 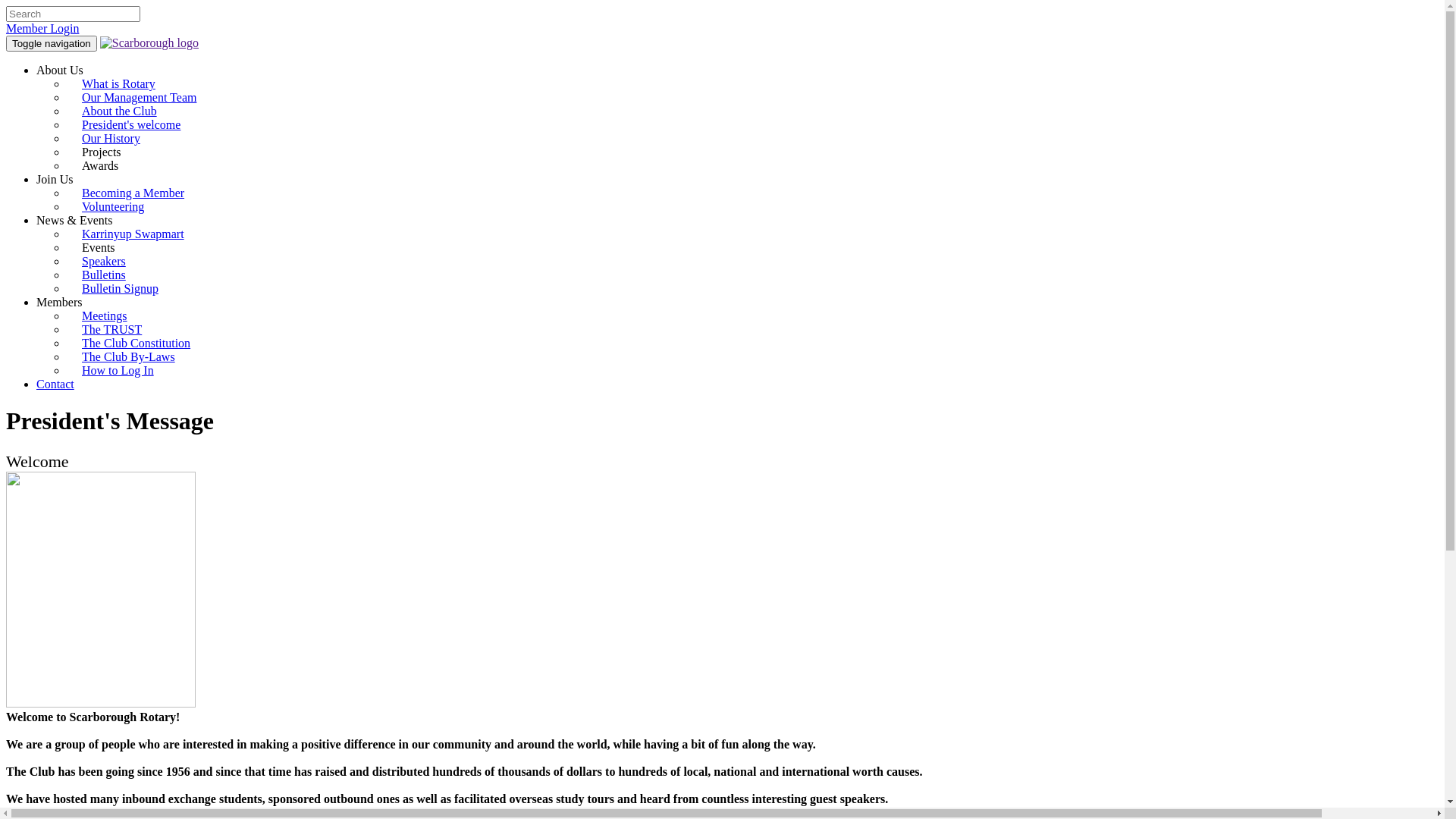 I want to click on 'Toggle navigation', so click(x=51, y=42).